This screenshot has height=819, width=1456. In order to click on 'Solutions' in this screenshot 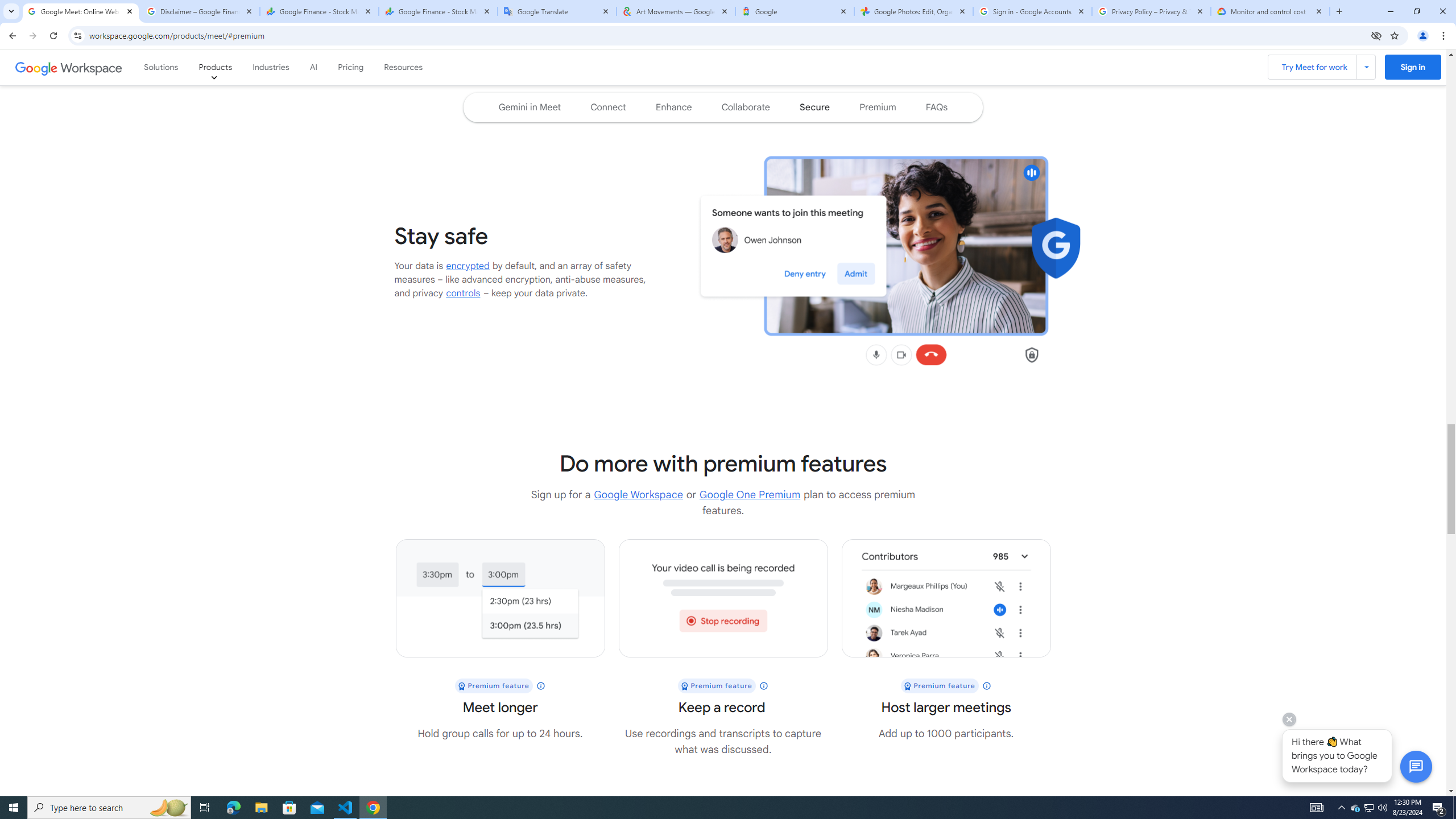, I will do `click(162, 67)`.